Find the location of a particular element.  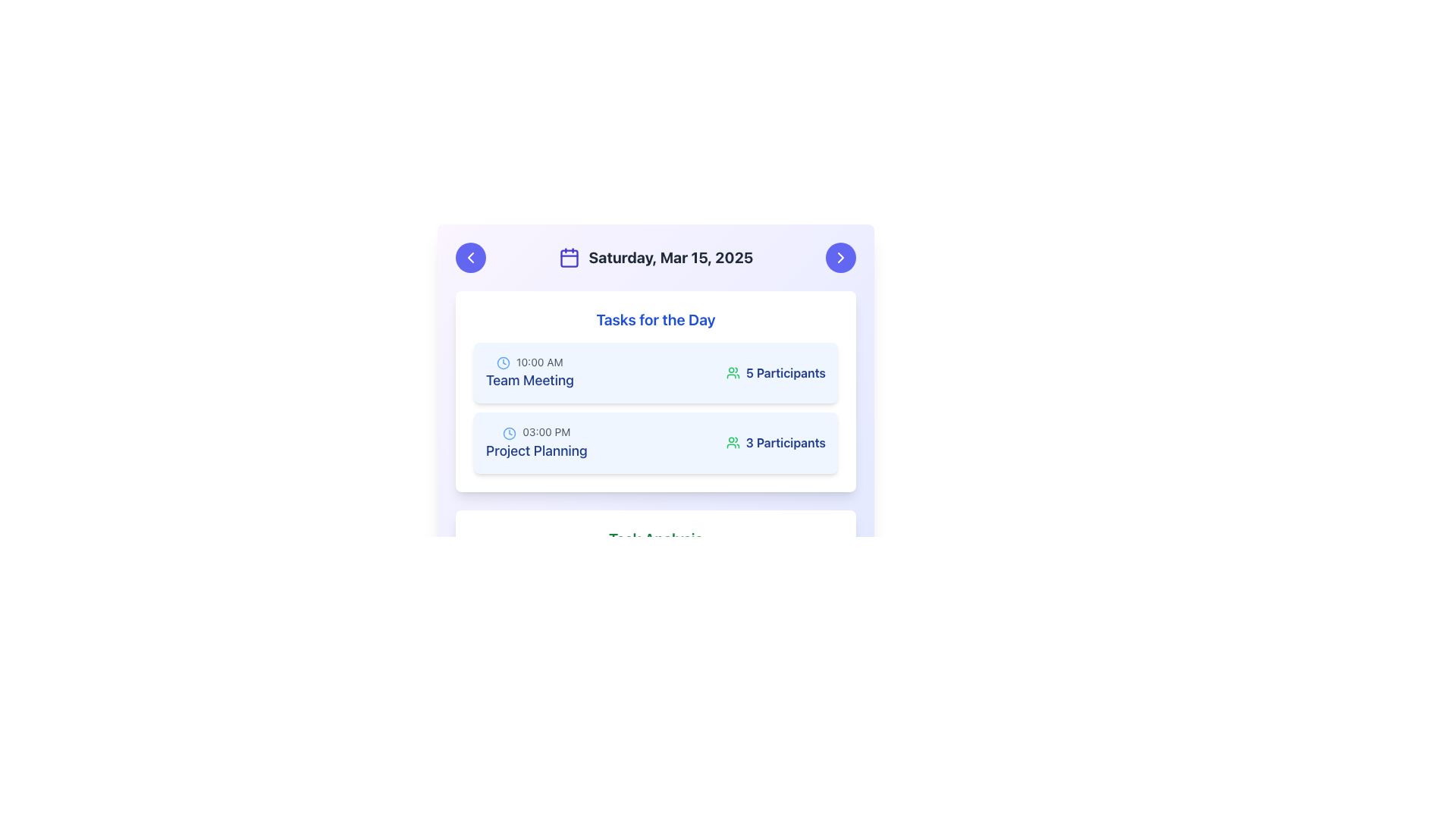

the left-facing chevron icon located in the leftmost circular button of the header bar, positioned beside a date display is located at coordinates (469, 256).